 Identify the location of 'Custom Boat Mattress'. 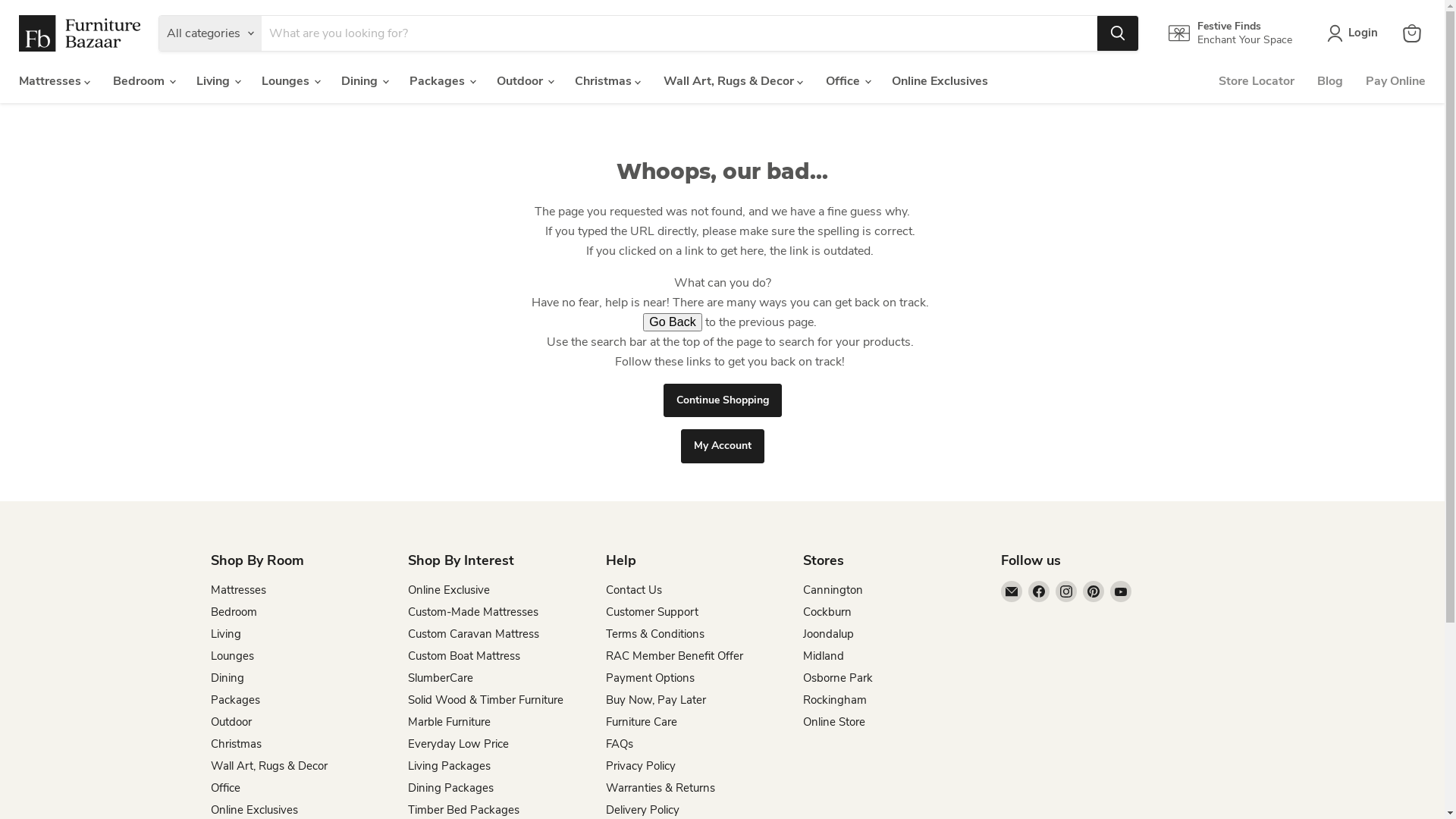
(463, 654).